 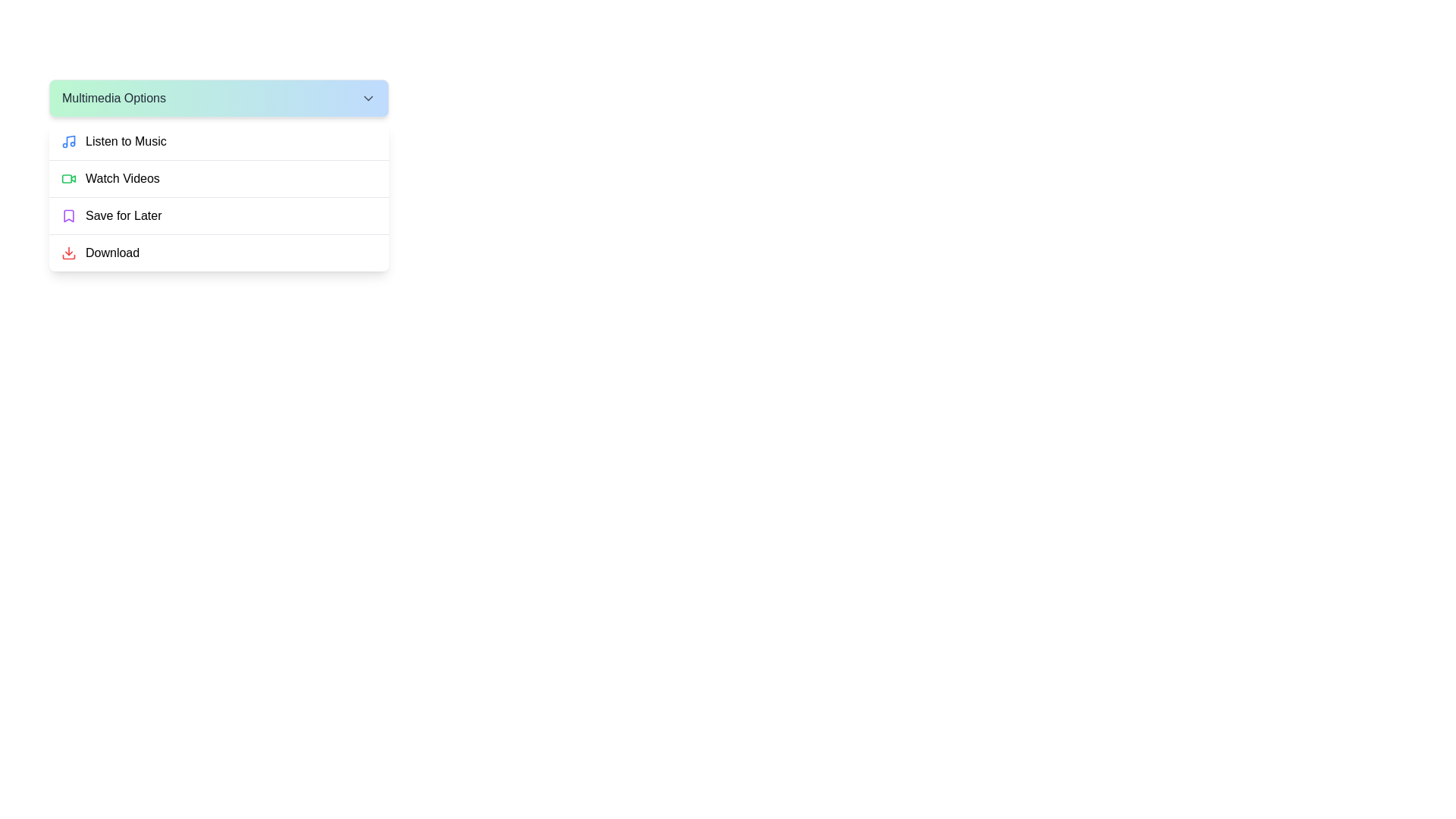 What do you see at coordinates (218, 251) in the screenshot?
I see `the download button located as the fourth item in the 'Multimedia Options' dropdown menu` at bounding box center [218, 251].